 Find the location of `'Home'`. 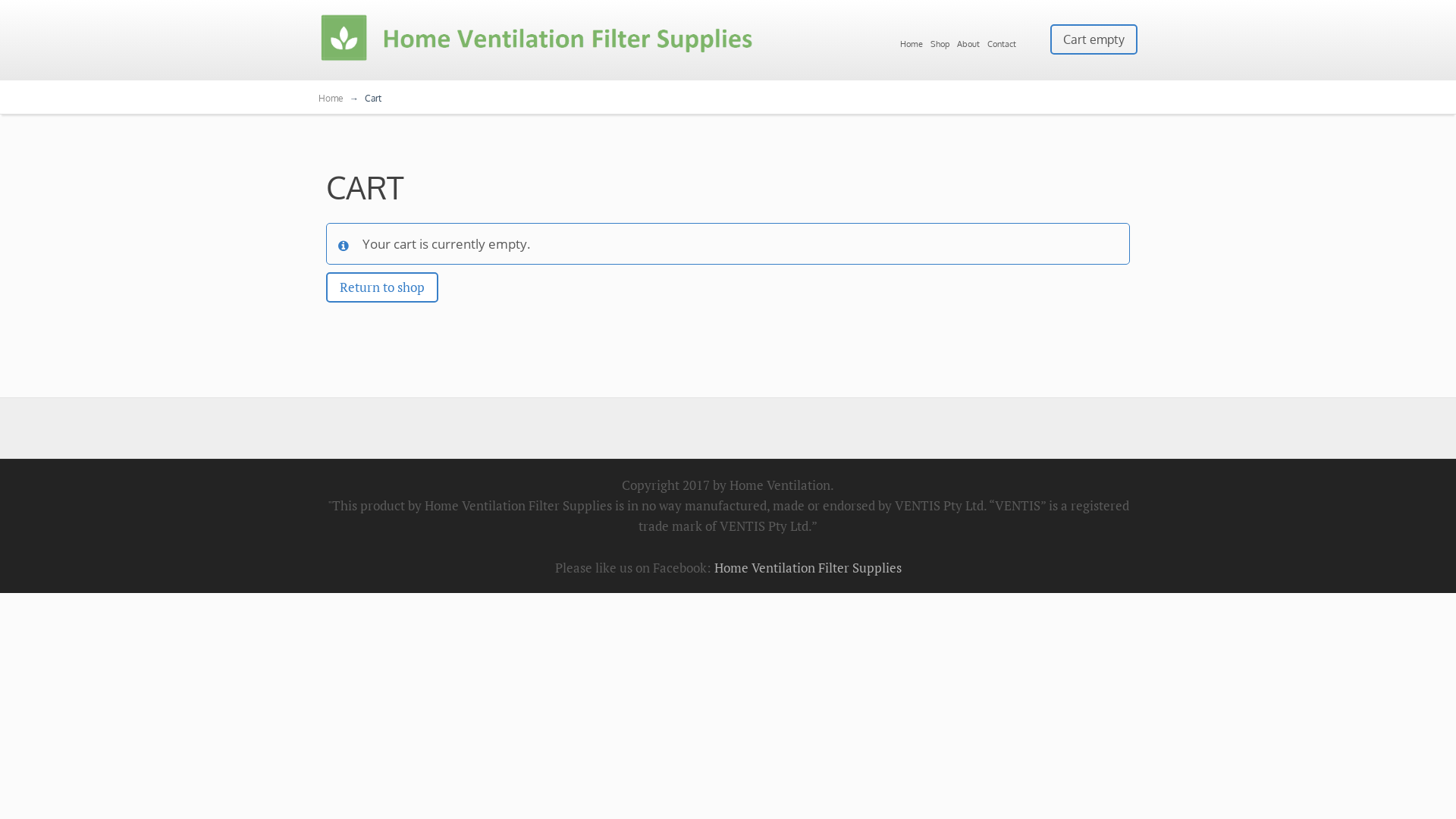

'Home' is located at coordinates (914, 39).